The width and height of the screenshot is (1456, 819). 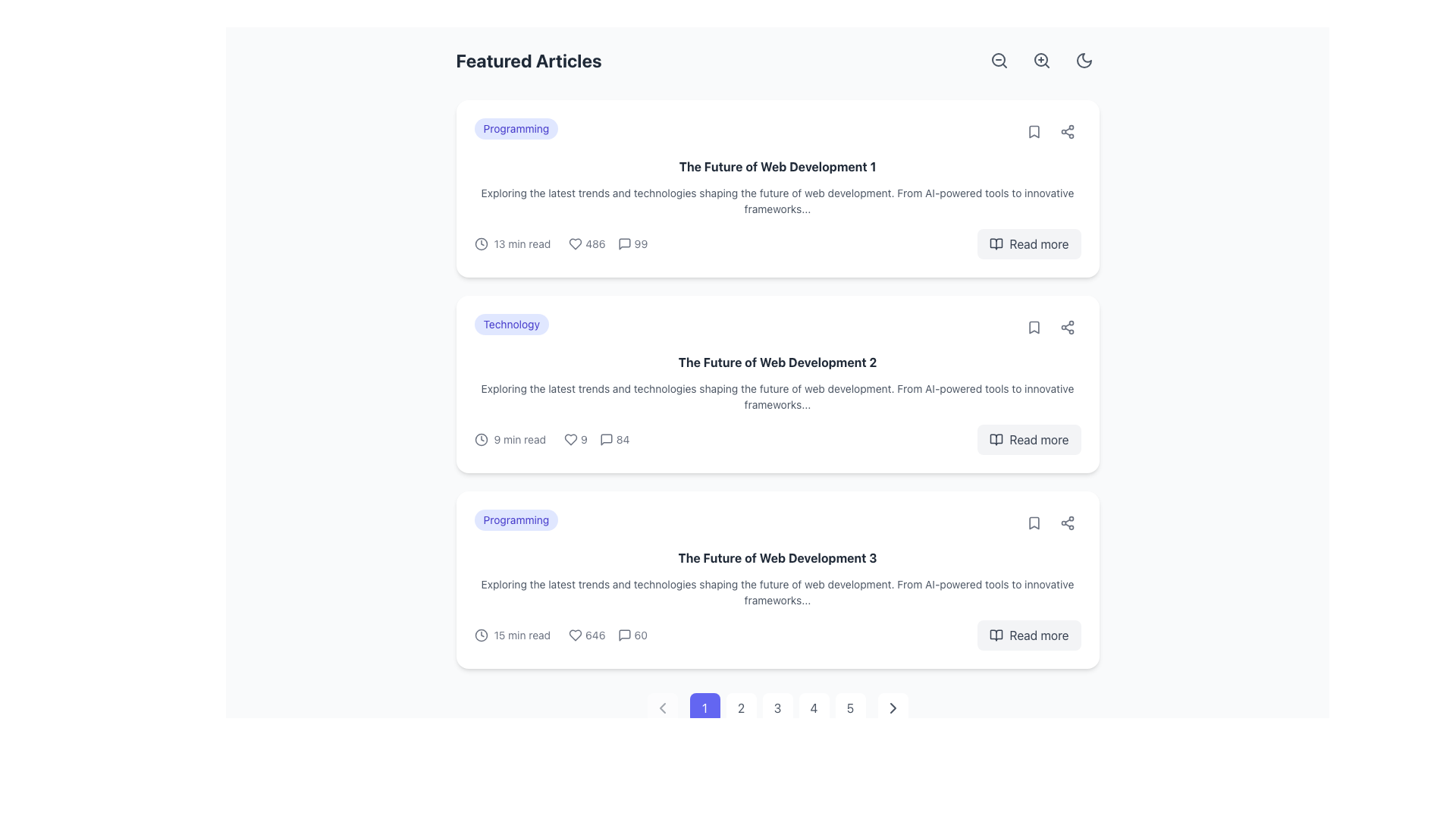 What do you see at coordinates (662, 708) in the screenshot?
I see `the leftward-pointing chevron icon in the navigation bar` at bounding box center [662, 708].